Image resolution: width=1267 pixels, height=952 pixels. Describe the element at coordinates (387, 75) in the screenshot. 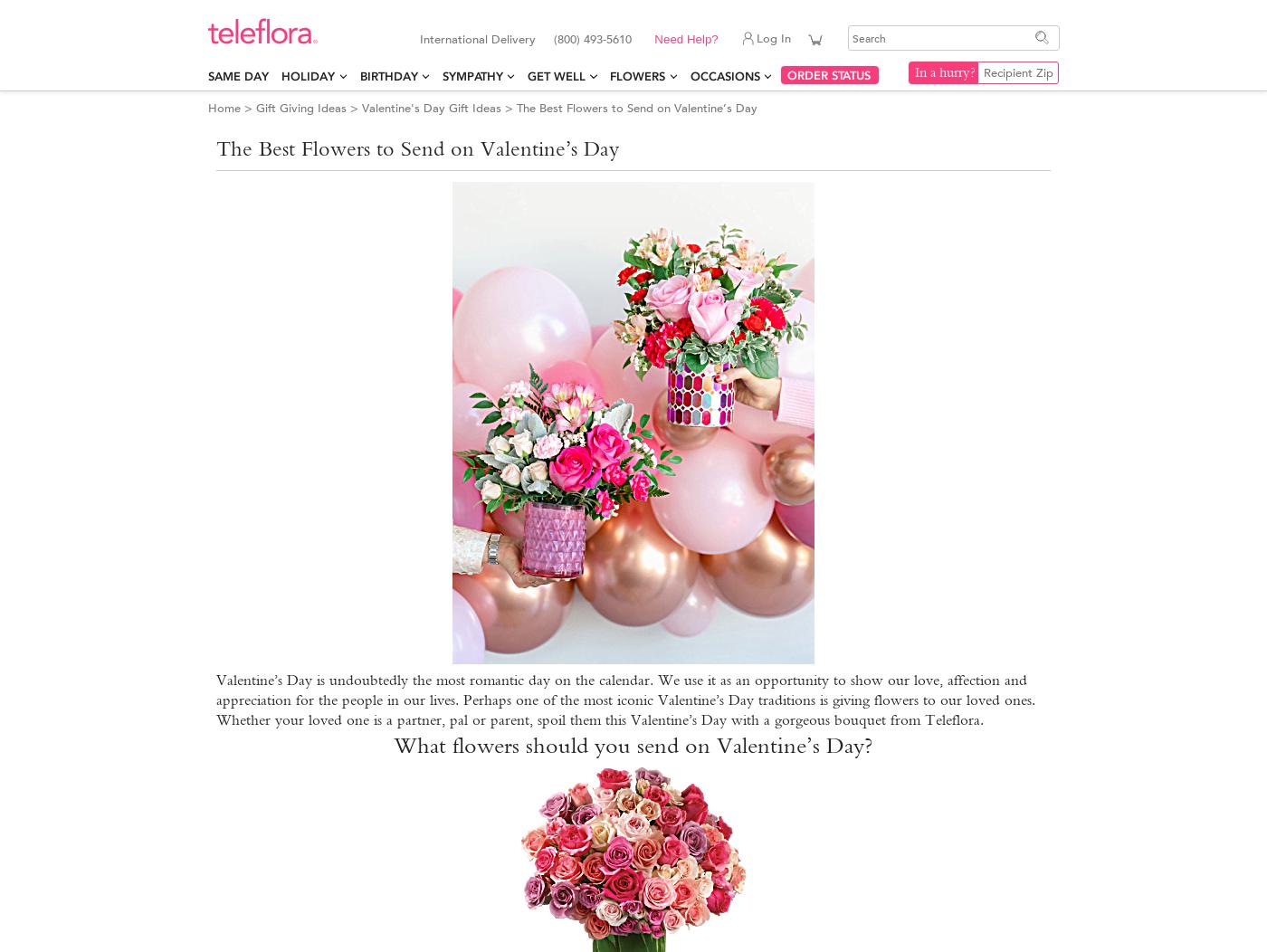

I see `'Birthday'` at that location.